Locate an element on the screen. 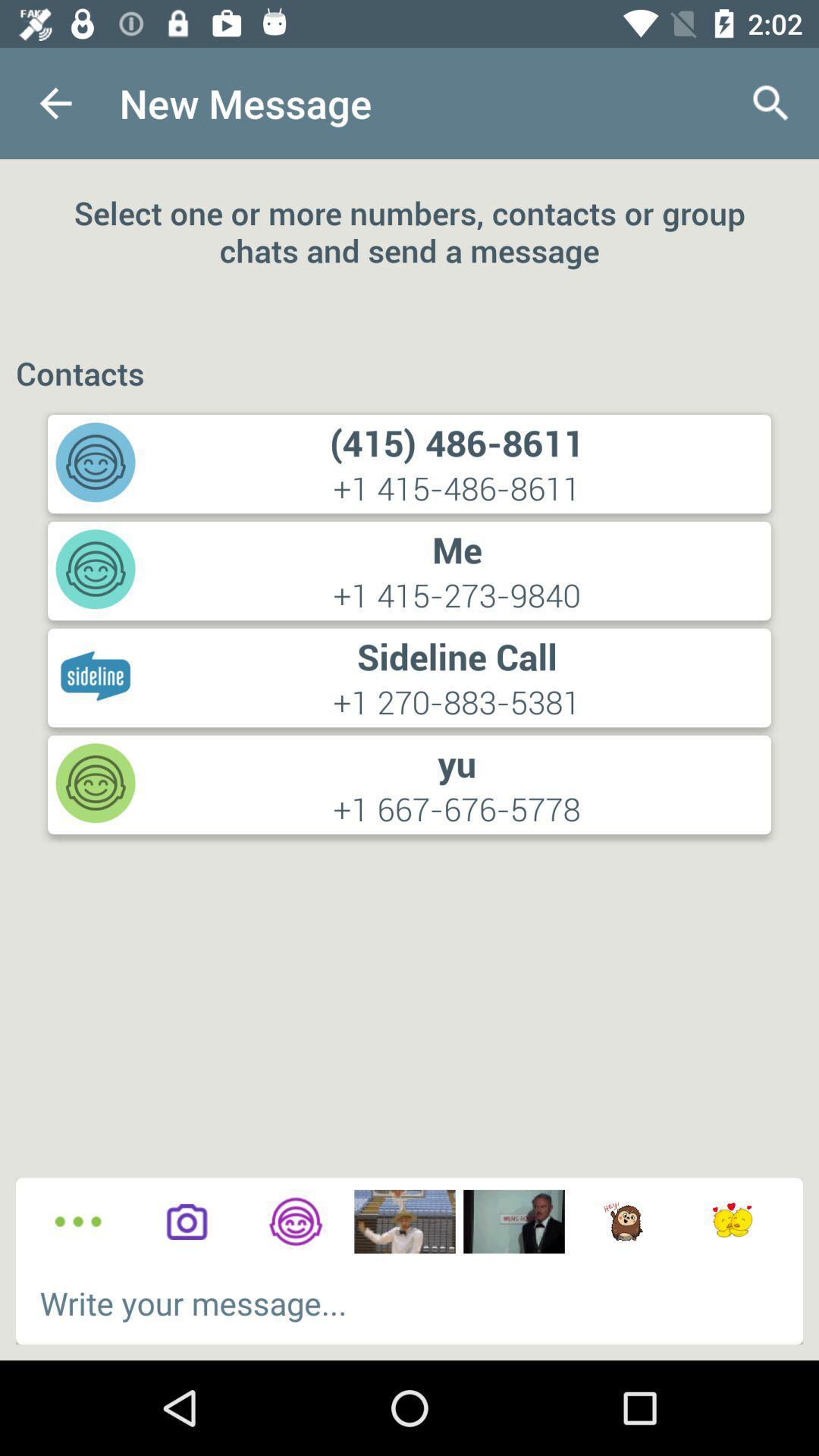  the app next to the new message icon is located at coordinates (771, 102).